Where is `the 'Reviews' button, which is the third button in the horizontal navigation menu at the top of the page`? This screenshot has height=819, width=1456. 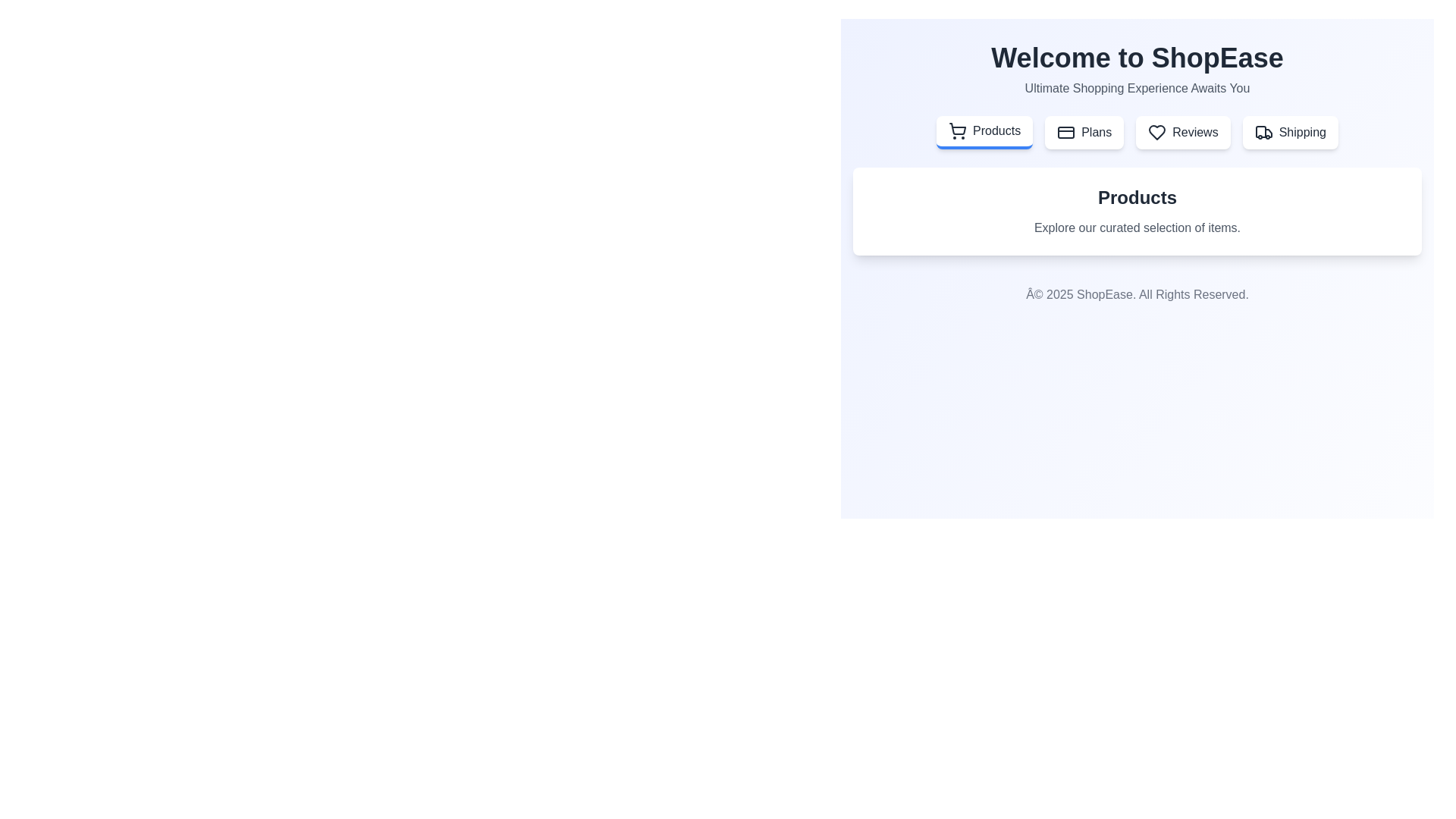
the 'Reviews' button, which is the third button in the horizontal navigation menu at the top of the page is located at coordinates (1182, 131).